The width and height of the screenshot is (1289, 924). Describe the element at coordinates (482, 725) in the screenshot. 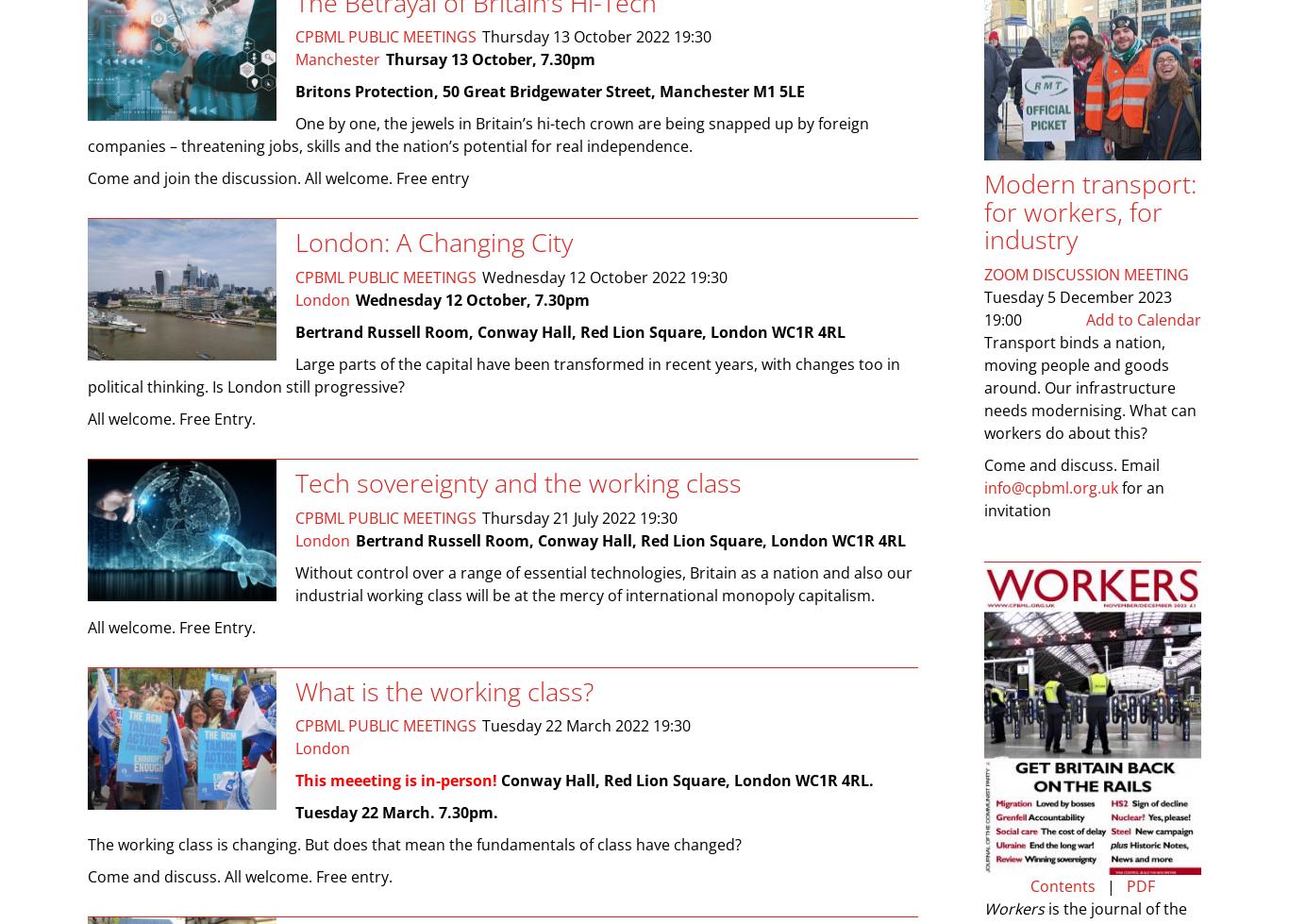

I see `'Tuesday 22 March 2022 19:30'` at that location.